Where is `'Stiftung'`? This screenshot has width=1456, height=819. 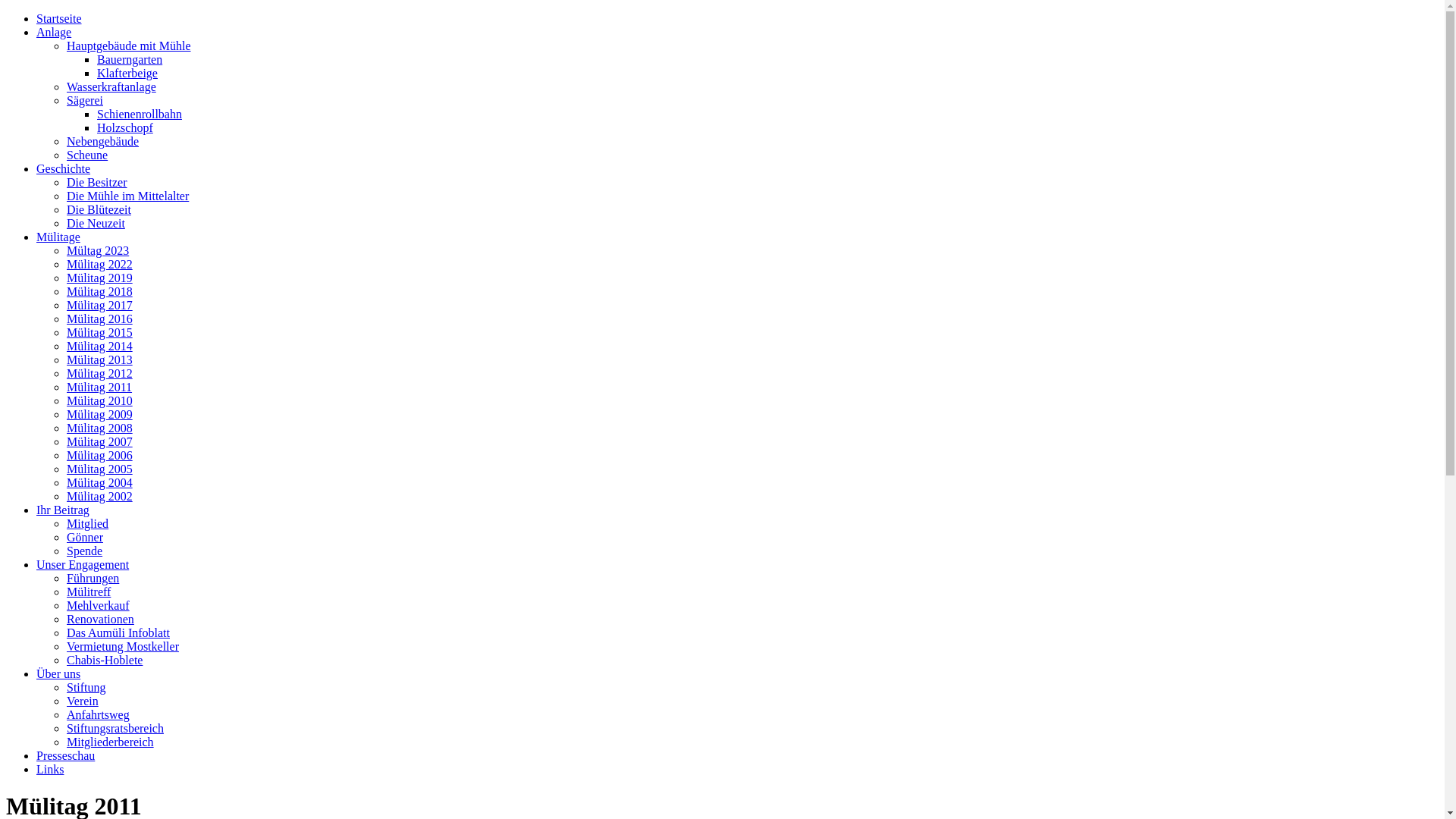
'Stiftung' is located at coordinates (65, 687).